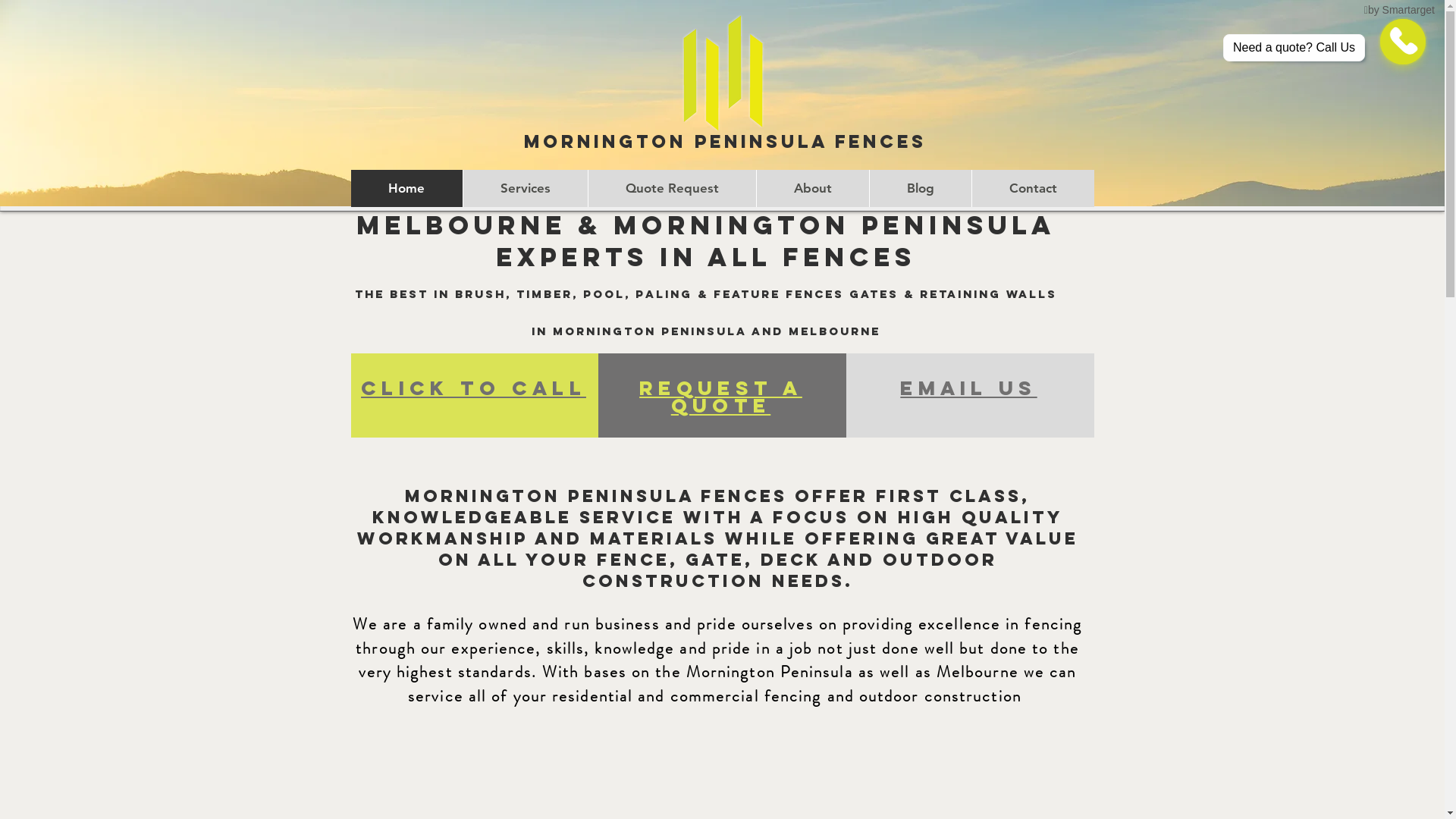 Image resolution: width=1456 pixels, height=819 pixels. Describe the element at coordinates (472, 387) in the screenshot. I see `'Click to Call'` at that location.